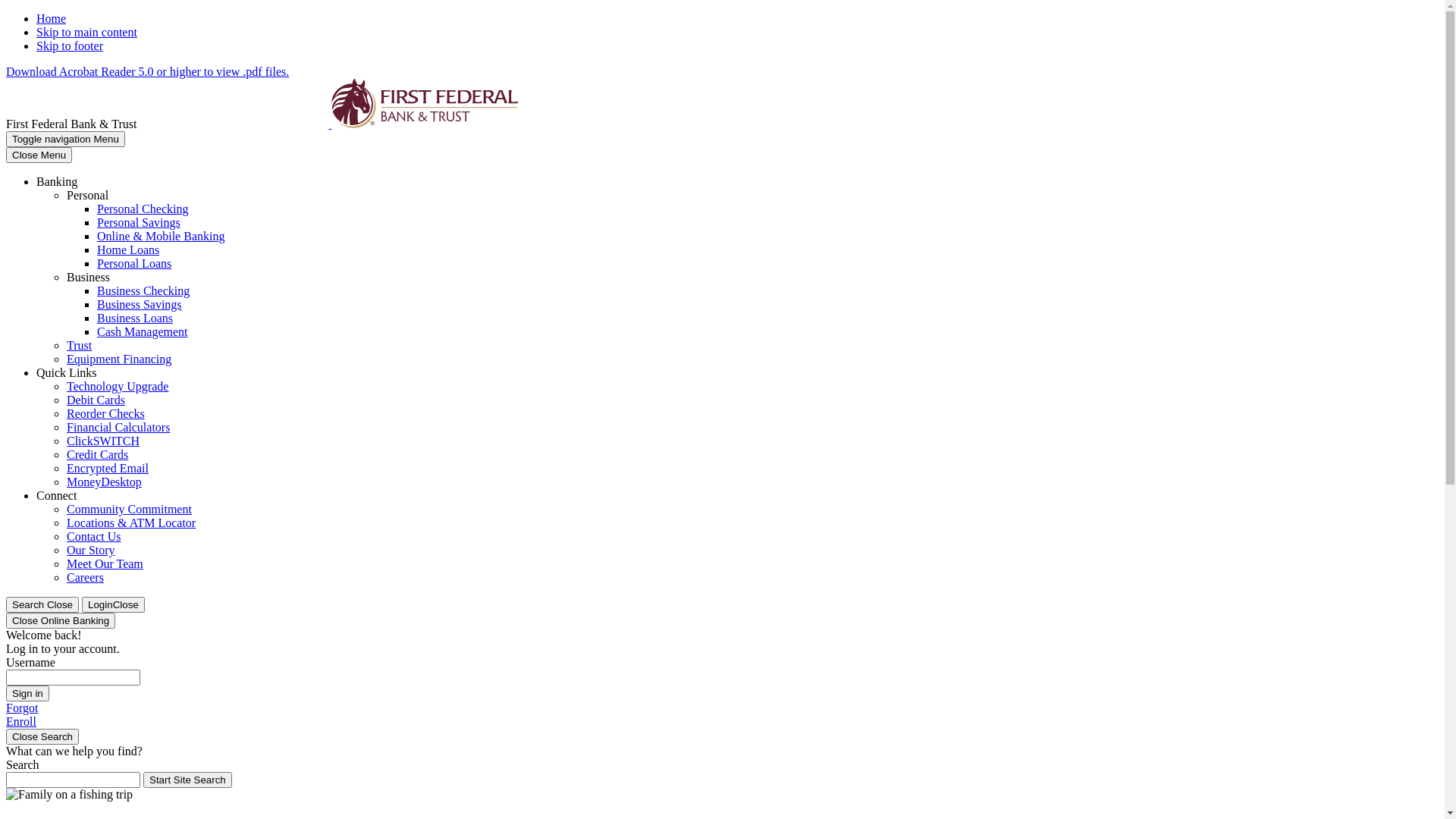 The width and height of the screenshot is (1456, 819). Describe the element at coordinates (95, 399) in the screenshot. I see `'Debit Cards'` at that location.